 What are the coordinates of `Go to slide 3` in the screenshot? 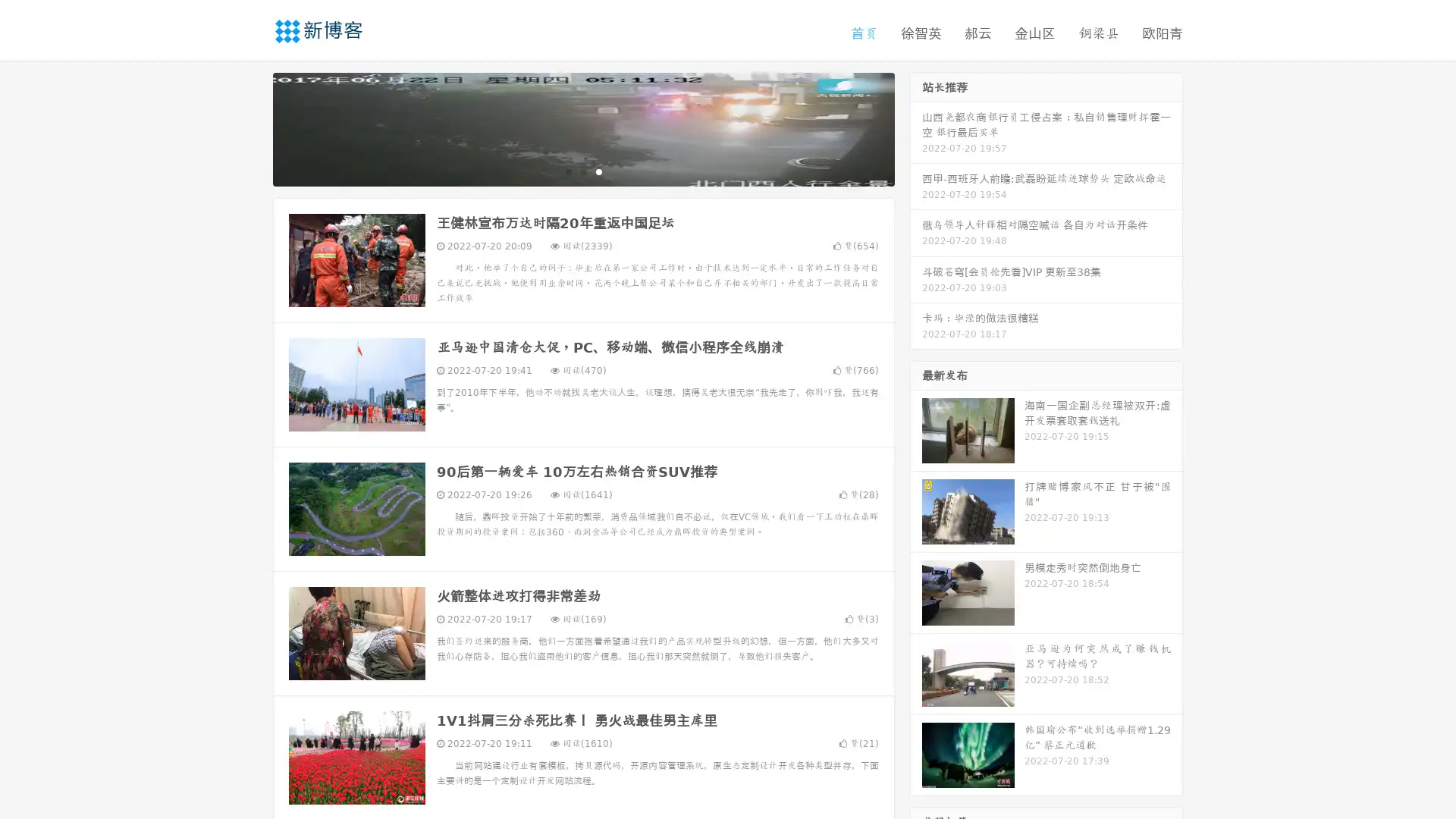 It's located at (598, 171).